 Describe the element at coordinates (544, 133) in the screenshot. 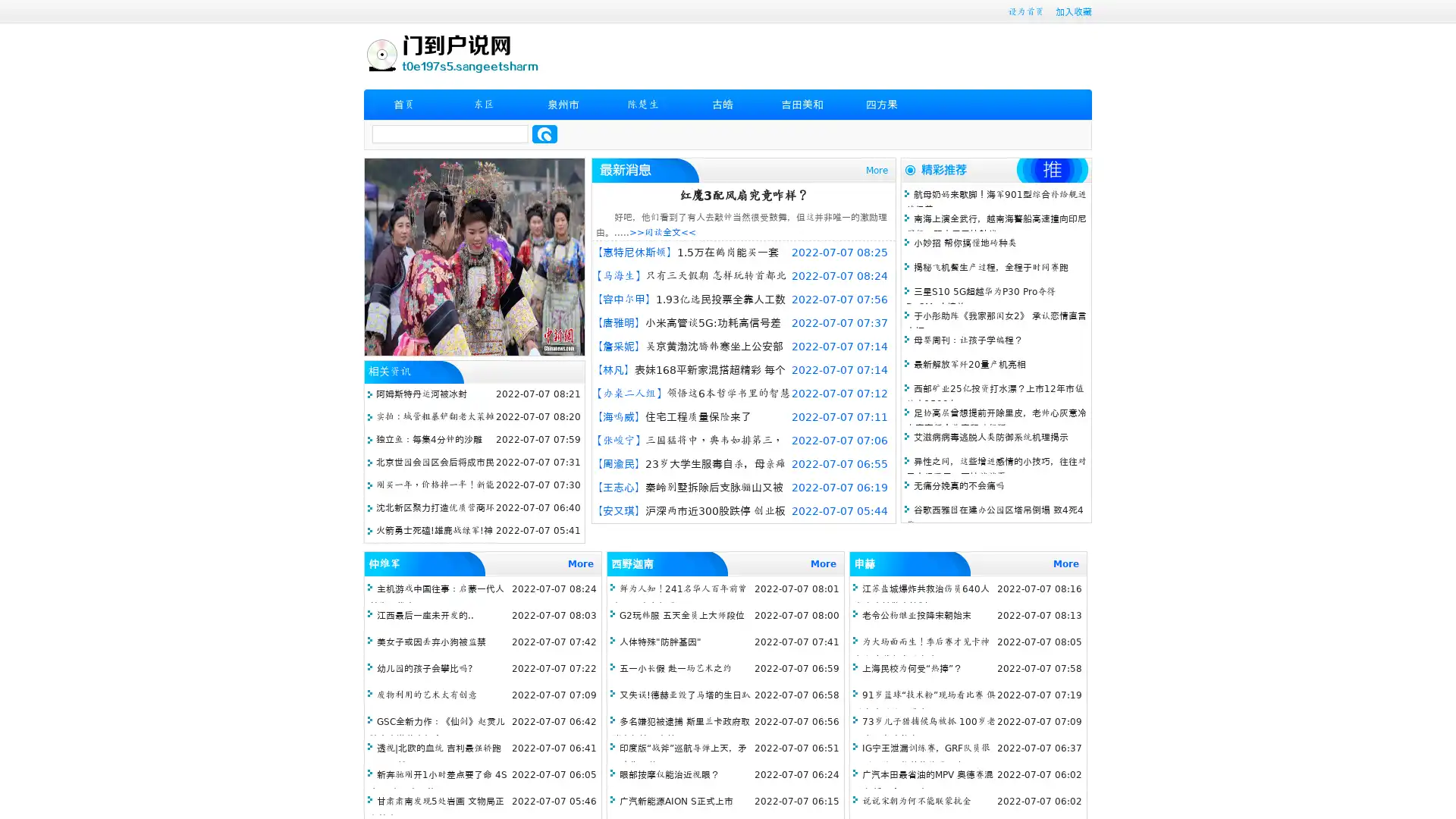

I see `Search` at that location.